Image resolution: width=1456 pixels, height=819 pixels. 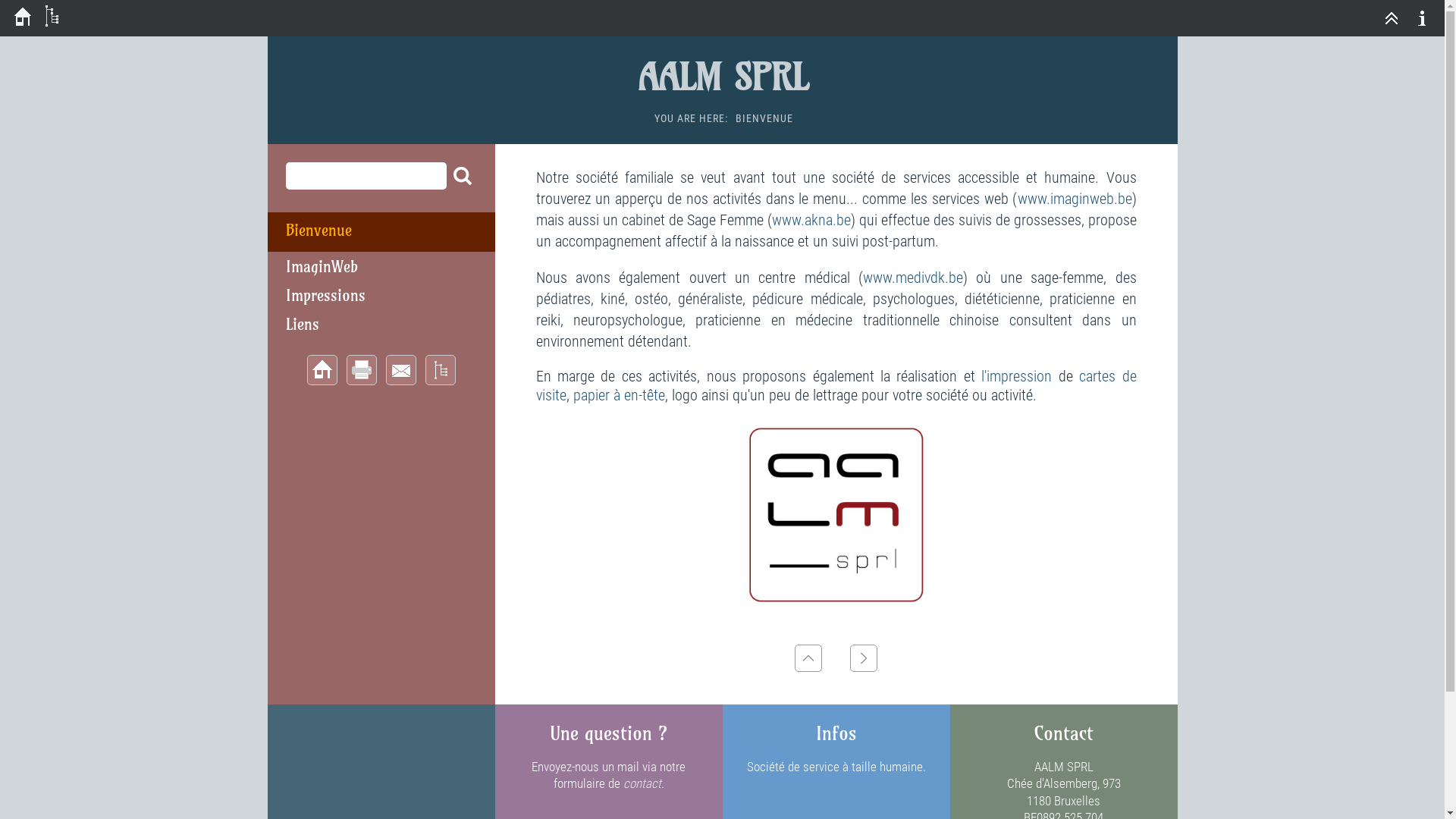 What do you see at coordinates (1074, 198) in the screenshot?
I see `'www.imaginweb.be'` at bounding box center [1074, 198].